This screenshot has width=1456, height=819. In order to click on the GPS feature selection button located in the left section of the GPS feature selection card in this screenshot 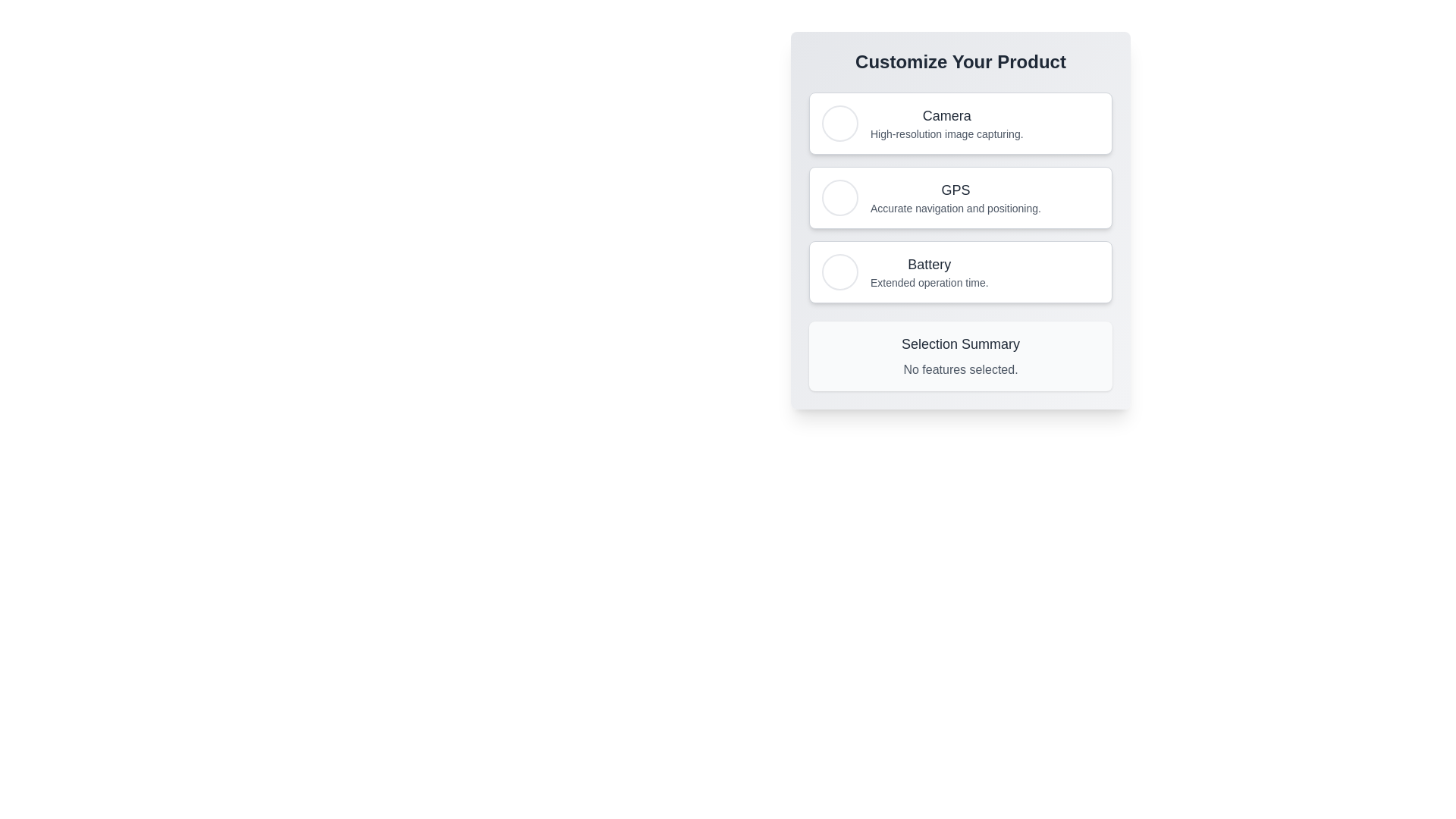, I will do `click(839, 197)`.